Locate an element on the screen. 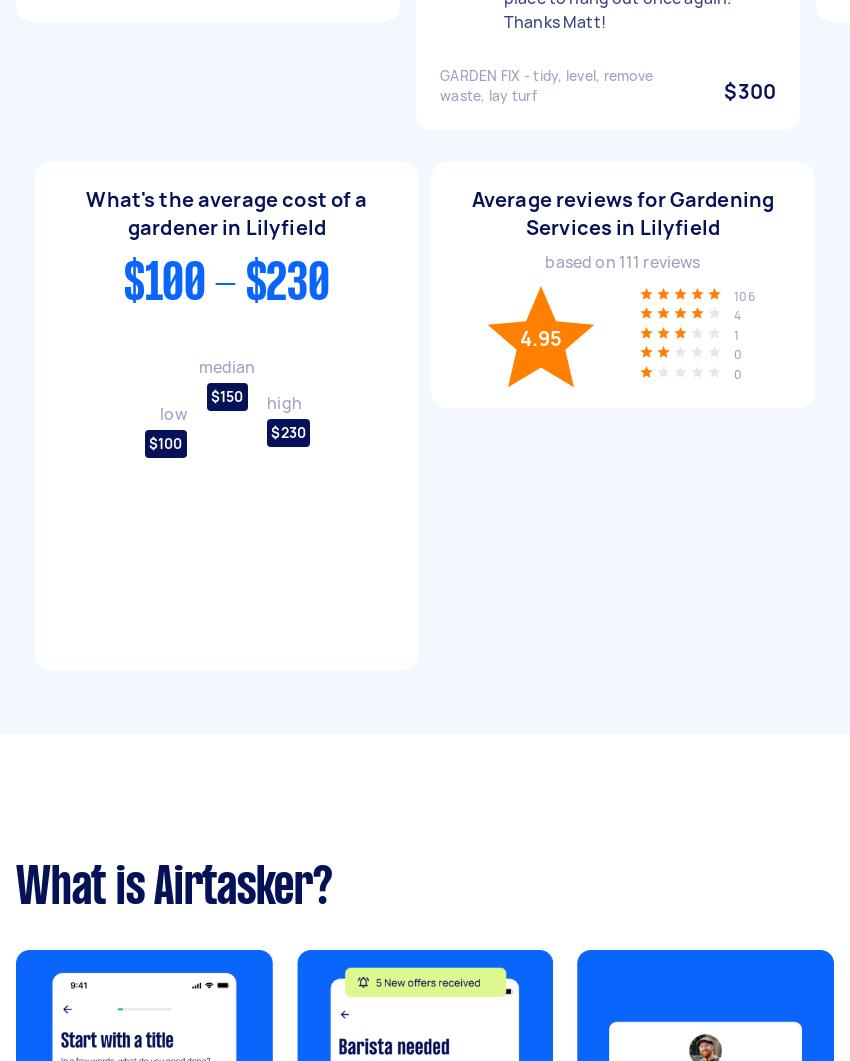 The width and height of the screenshot is (850, 1061). '$100' is located at coordinates (164, 442).